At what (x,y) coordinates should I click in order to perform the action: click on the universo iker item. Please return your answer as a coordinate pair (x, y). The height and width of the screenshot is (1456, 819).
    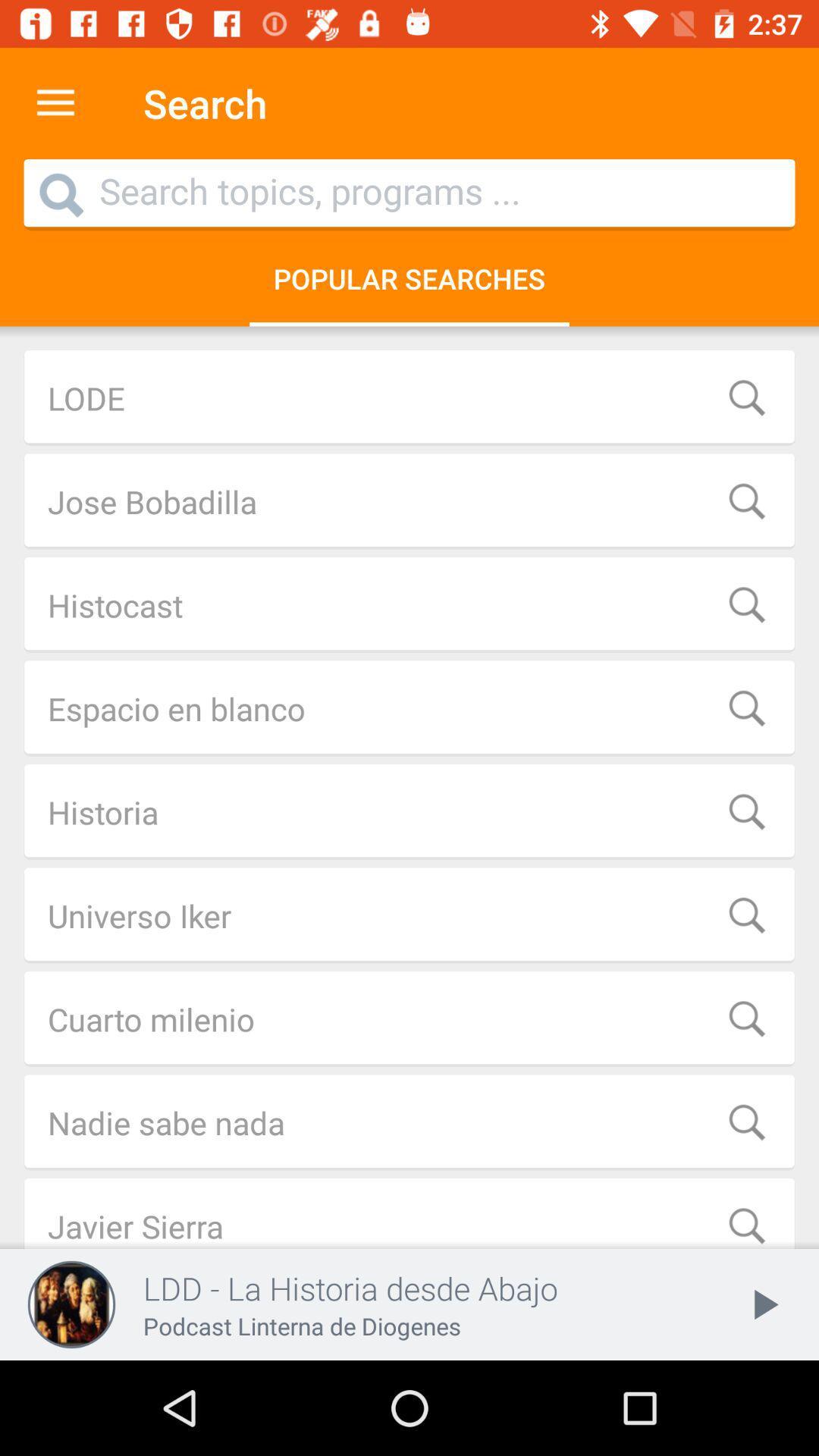
    Looking at the image, I should click on (409, 915).